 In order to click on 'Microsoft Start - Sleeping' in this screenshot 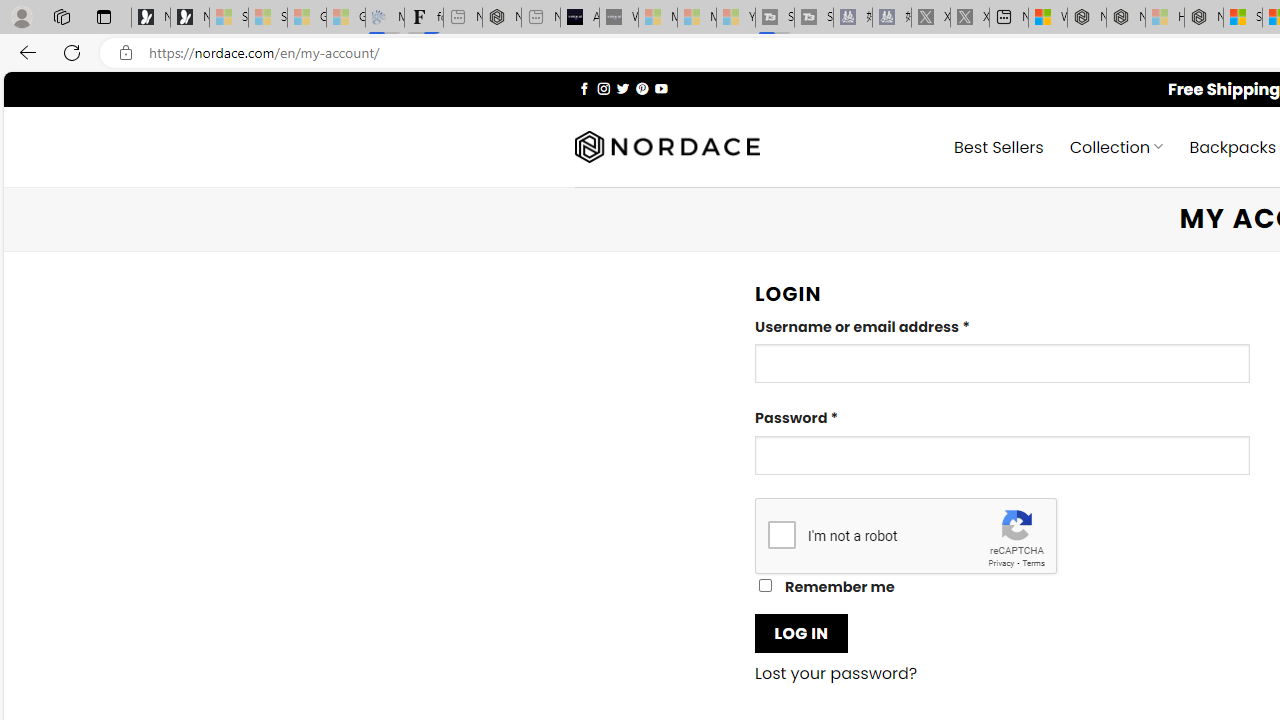, I will do `click(696, 17)`.